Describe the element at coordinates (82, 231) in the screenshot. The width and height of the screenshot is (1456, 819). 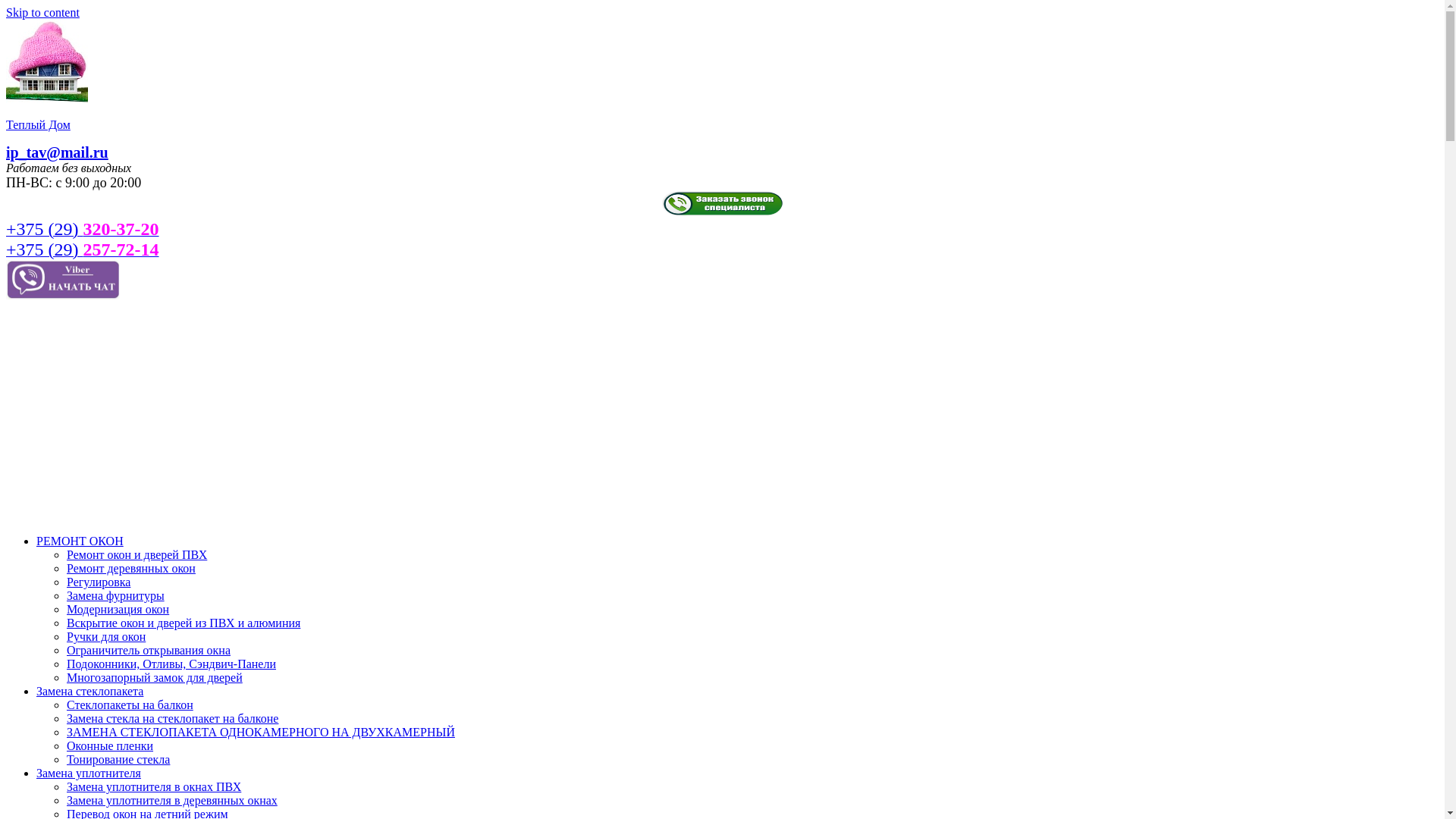
I see `'+375 (29) 320-37-20'` at that location.